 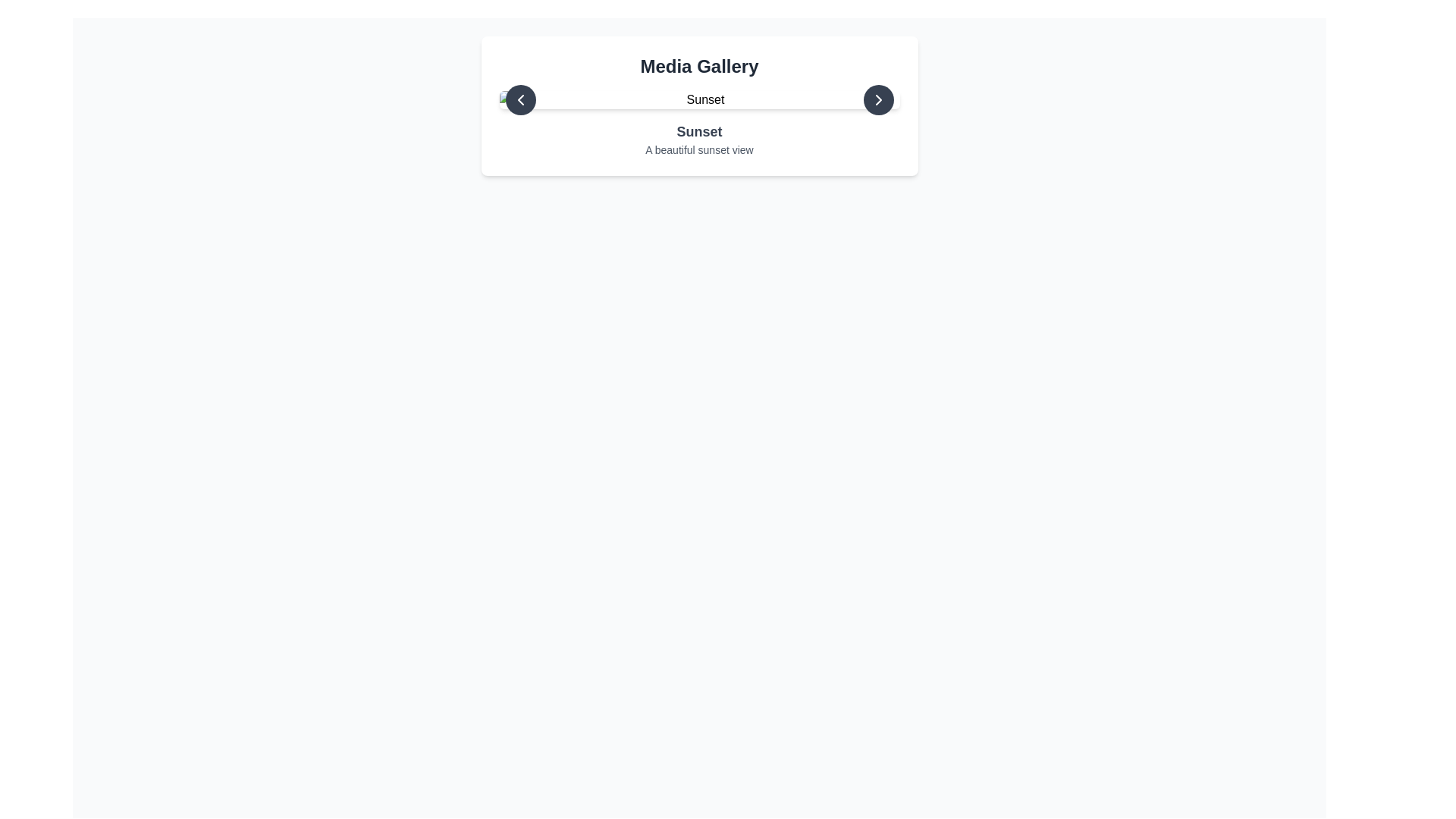 What do you see at coordinates (878, 99) in the screenshot?
I see `the navigational arrow icon located within the right-side navigational button of the layout` at bounding box center [878, 99].